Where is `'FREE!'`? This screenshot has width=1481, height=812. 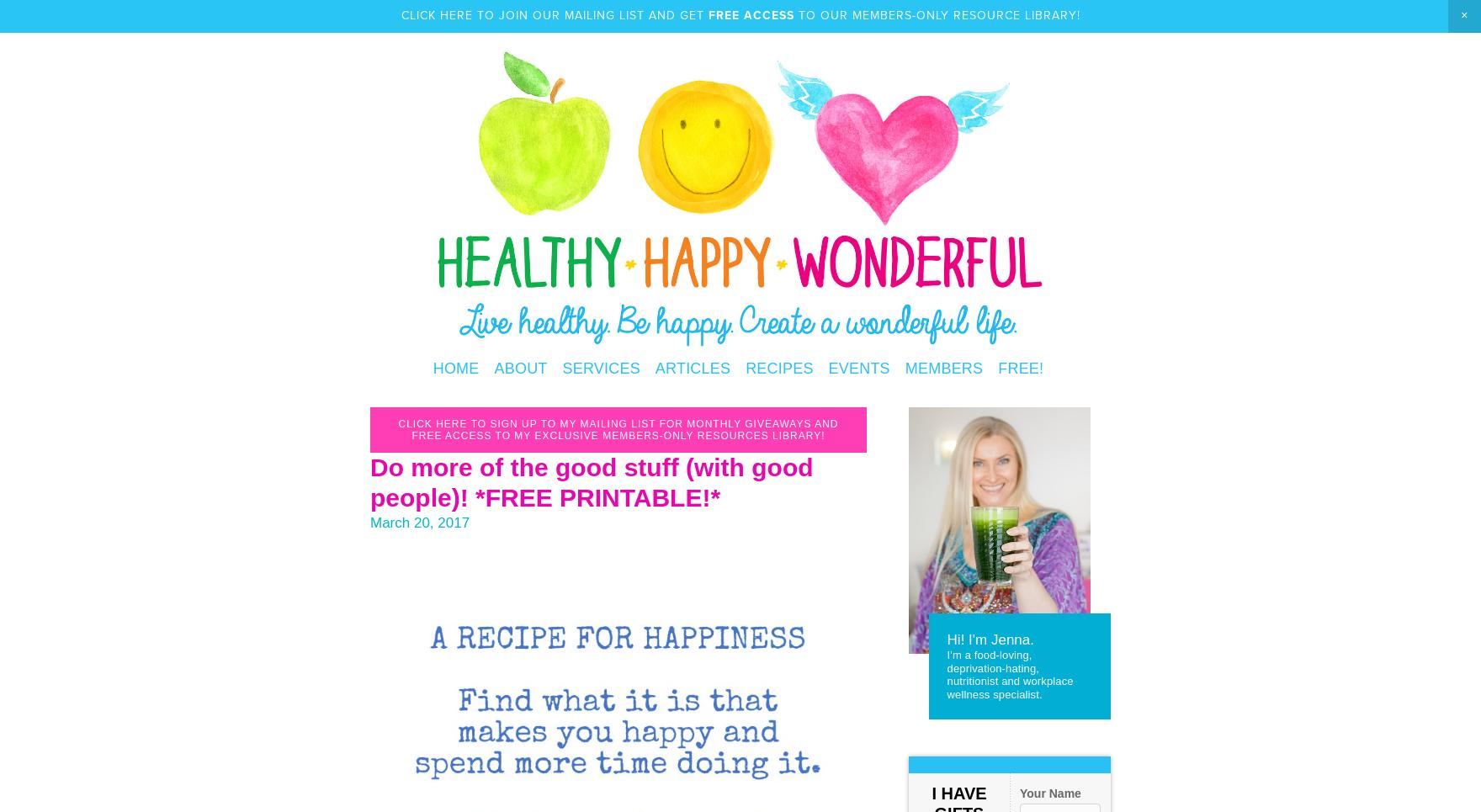 'FREE!' is located at coordinates (1019, 369).